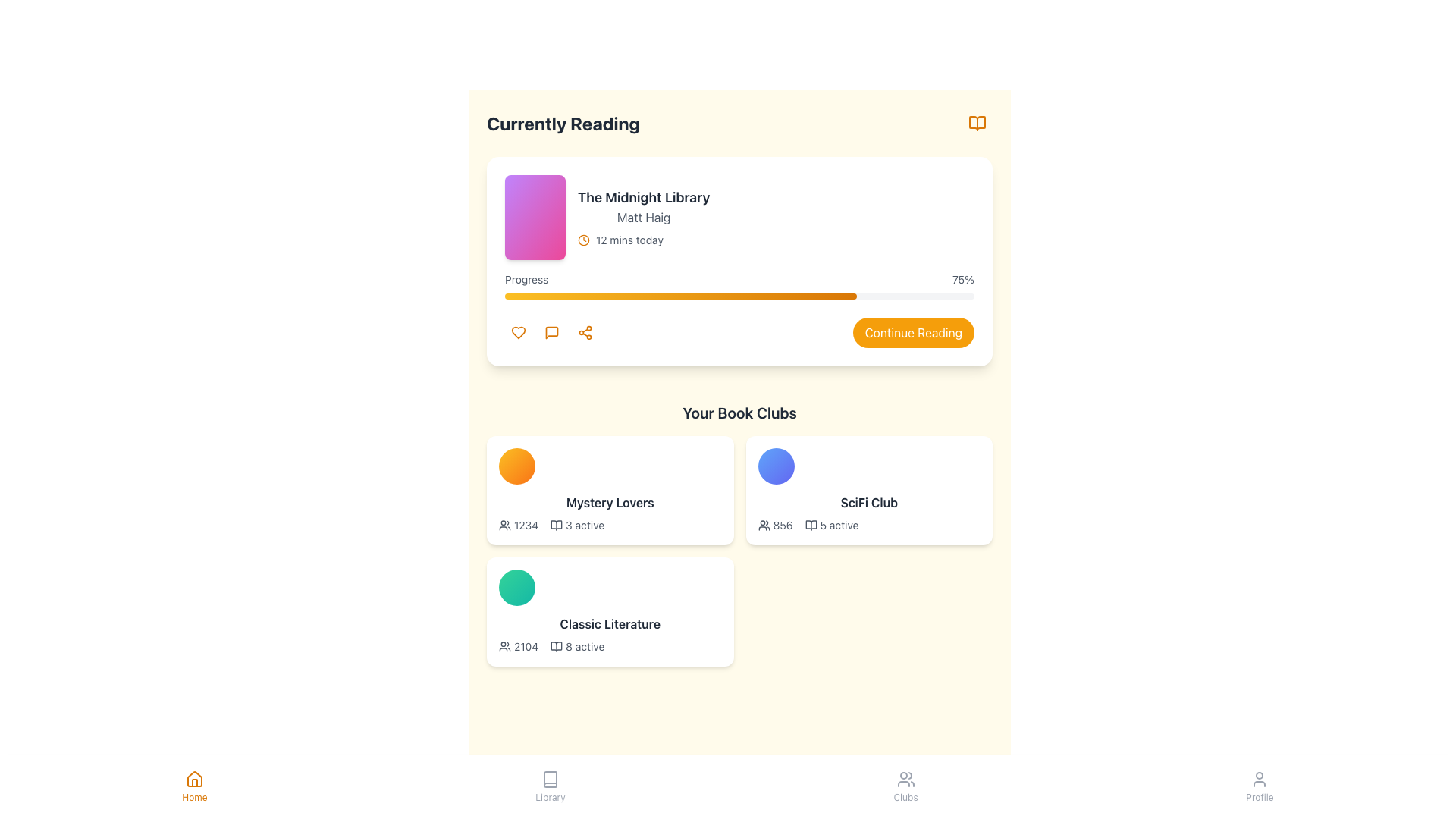 This screenshot has height=819, width=1456. What do you see at coordinates (549, 797) in the screenshot?
I see `text label 'Library' located in the bottom navigation bar, positioned as the third item among four, with a book icon above it` at bounding box center [549, 797].